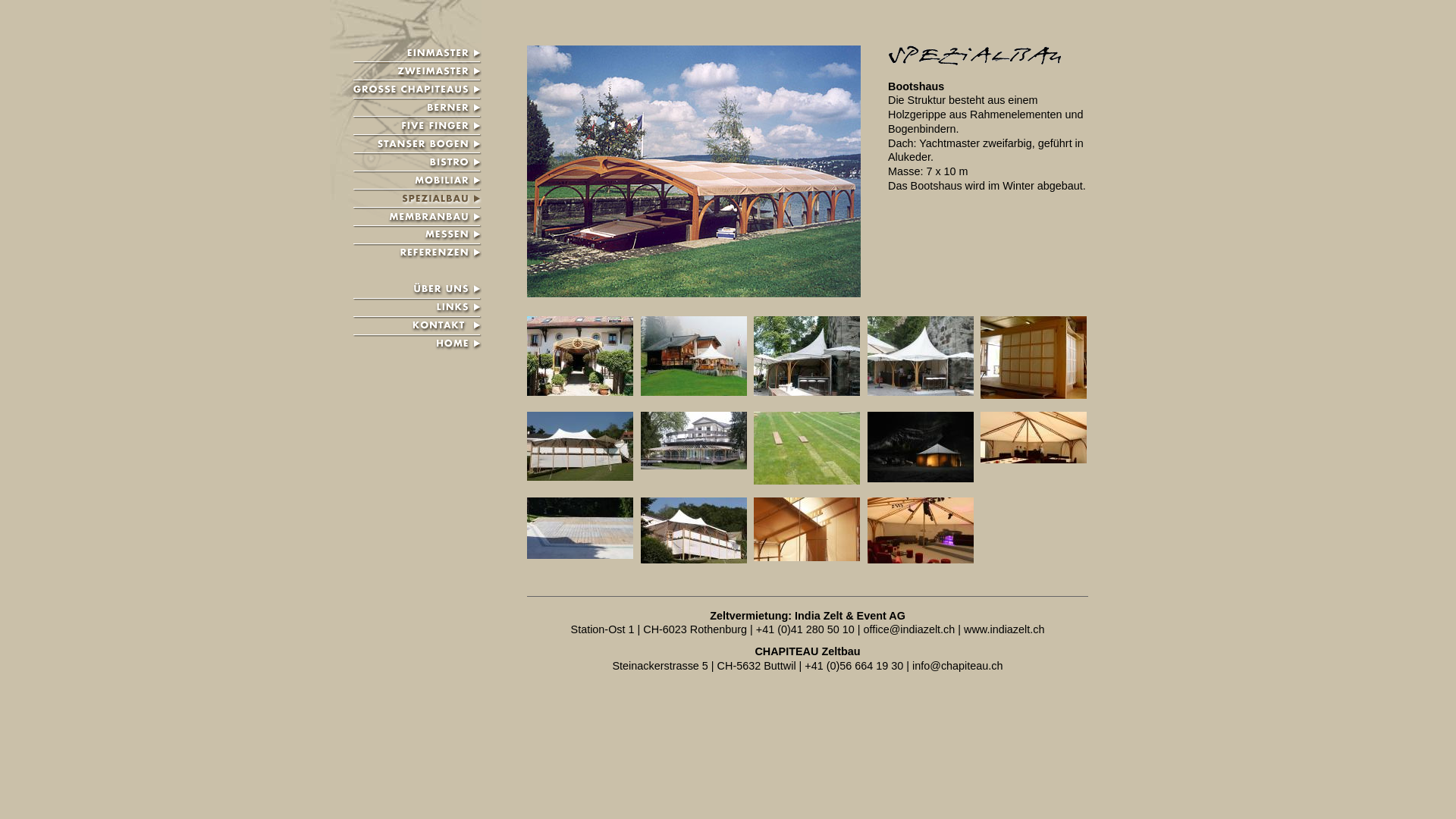  Describe the element at coordinates (909, 629) in the screenshot. I see `'office@indiazelt.ch'` at that location.